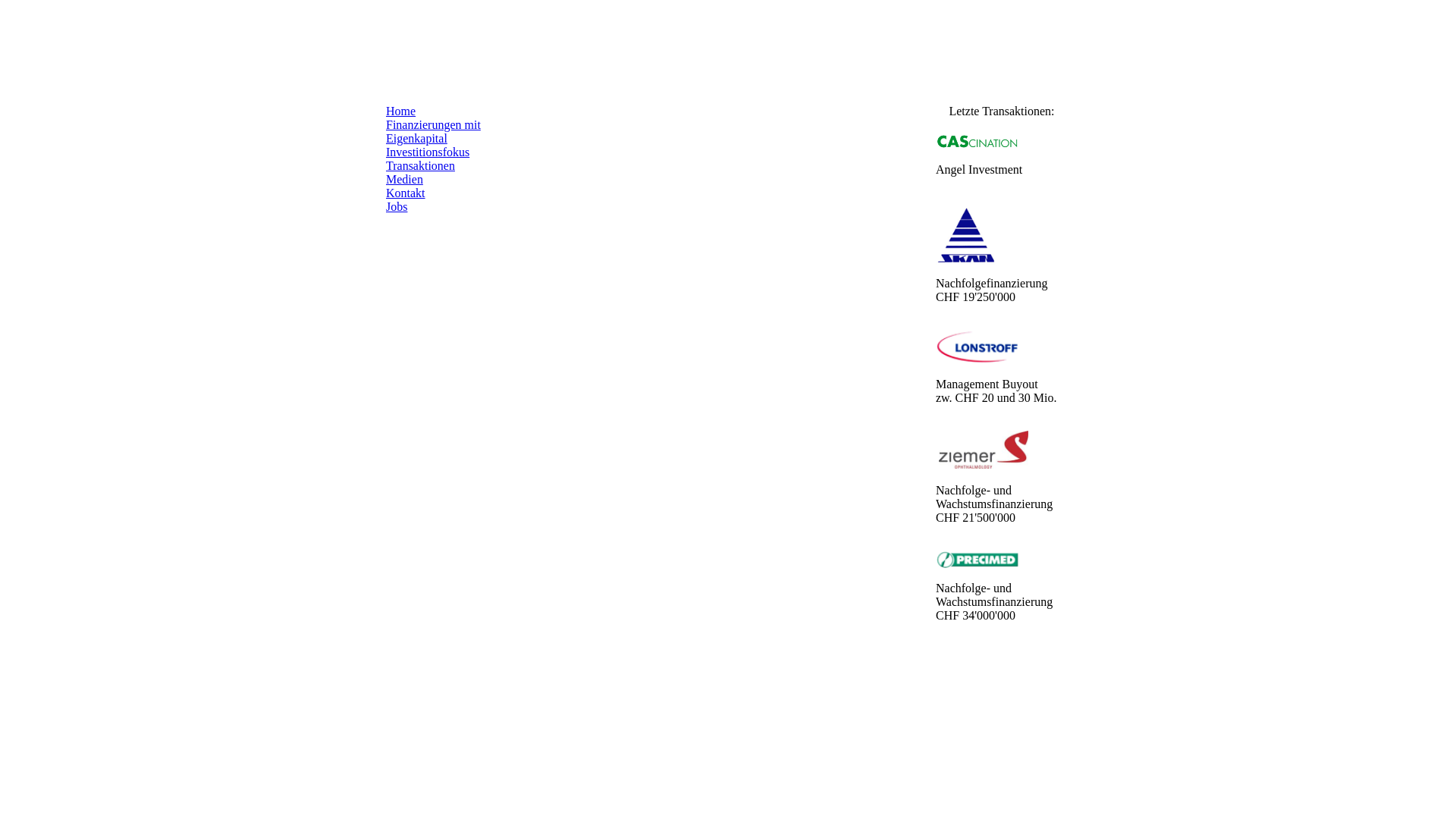 The image size is (1456, 819). I want to click on 'Kontakt', so click(405, 192).